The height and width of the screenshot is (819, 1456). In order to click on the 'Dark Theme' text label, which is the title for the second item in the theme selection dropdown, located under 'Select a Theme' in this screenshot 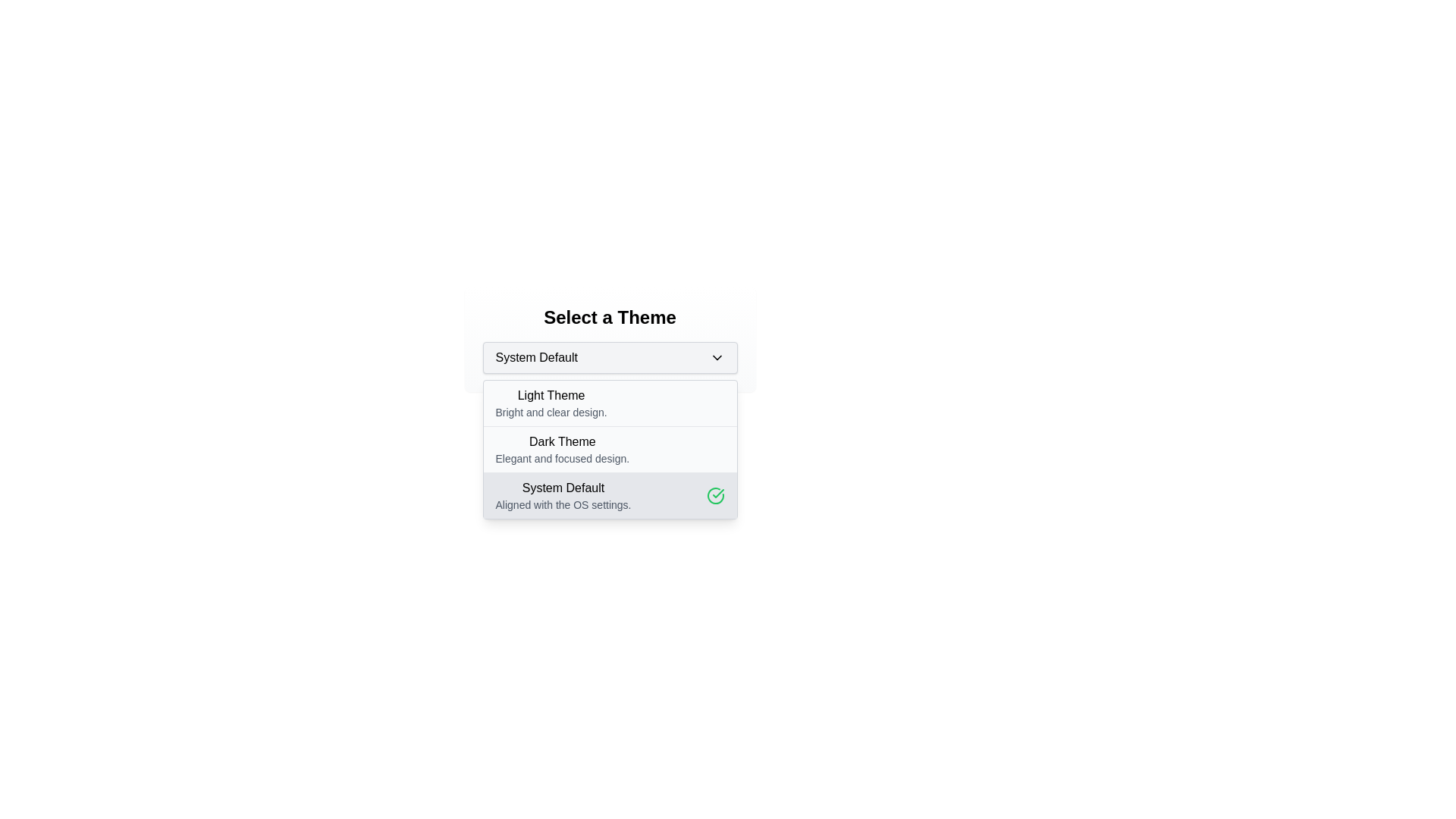, I will do `click(561, 441)`.